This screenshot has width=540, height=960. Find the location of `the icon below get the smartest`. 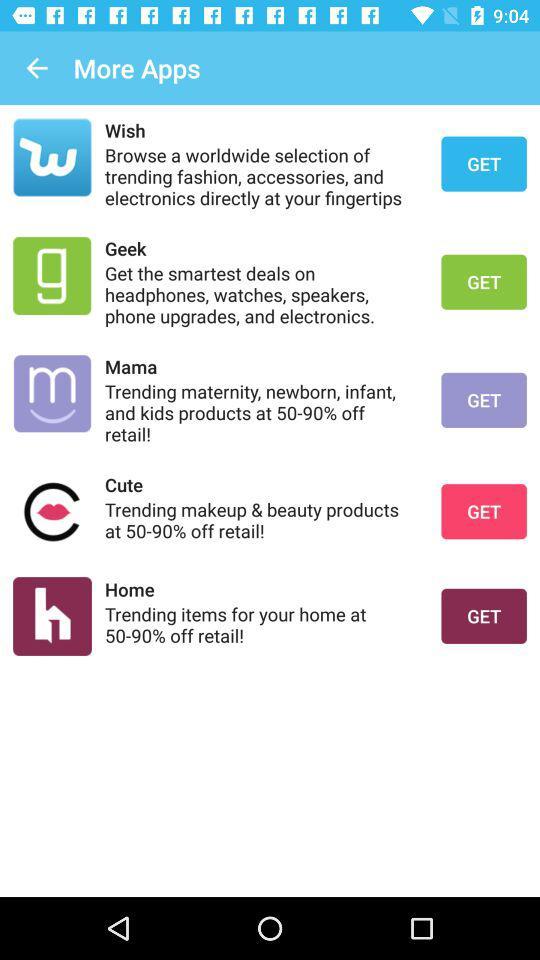

the icon below get the smartest is located at coordinates (260, 365).